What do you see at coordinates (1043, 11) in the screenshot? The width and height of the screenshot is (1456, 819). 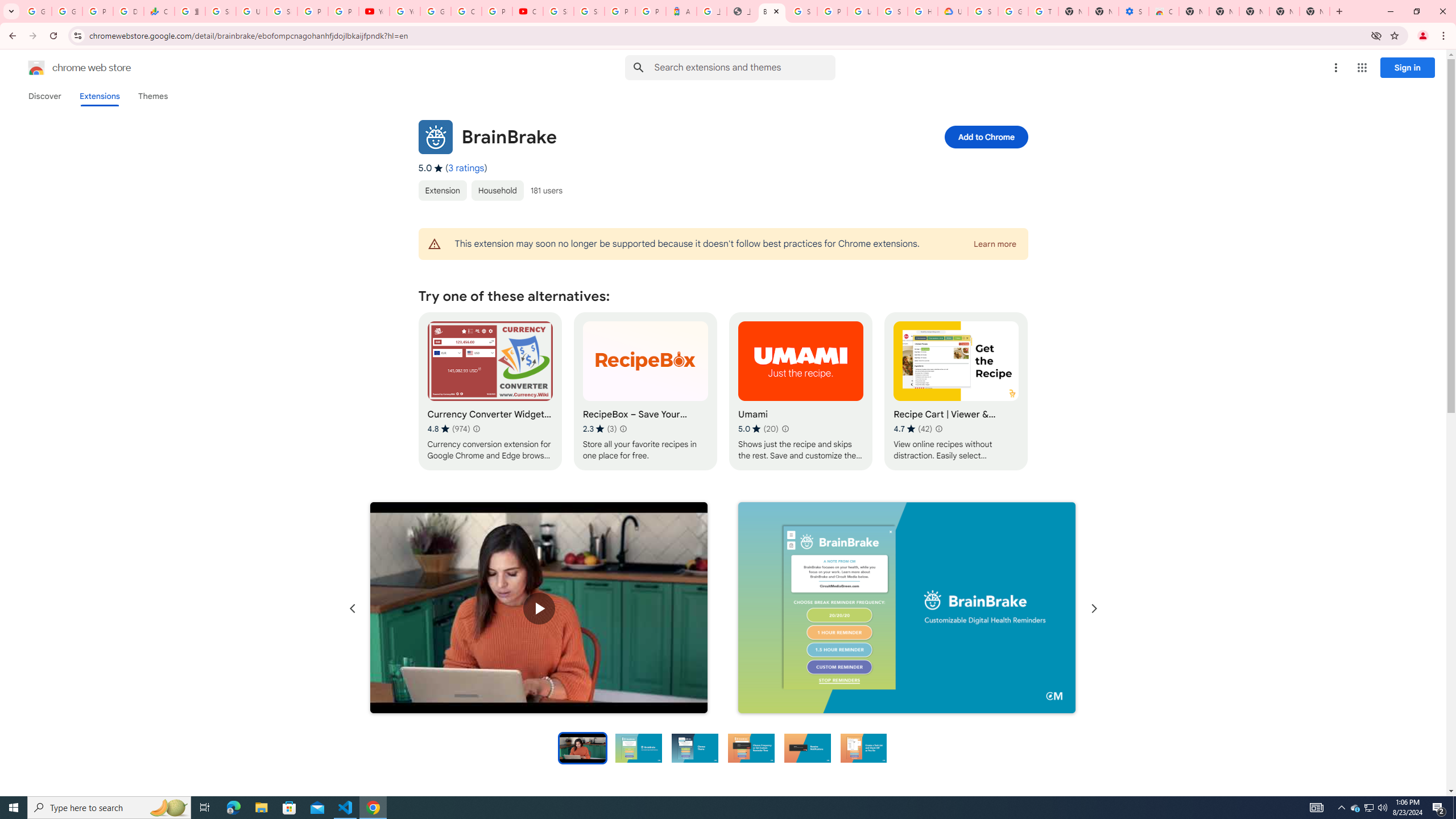 I see `'Turn cookies on or off - Computer - Google Account Help'` at bounding box center [1043, 11].